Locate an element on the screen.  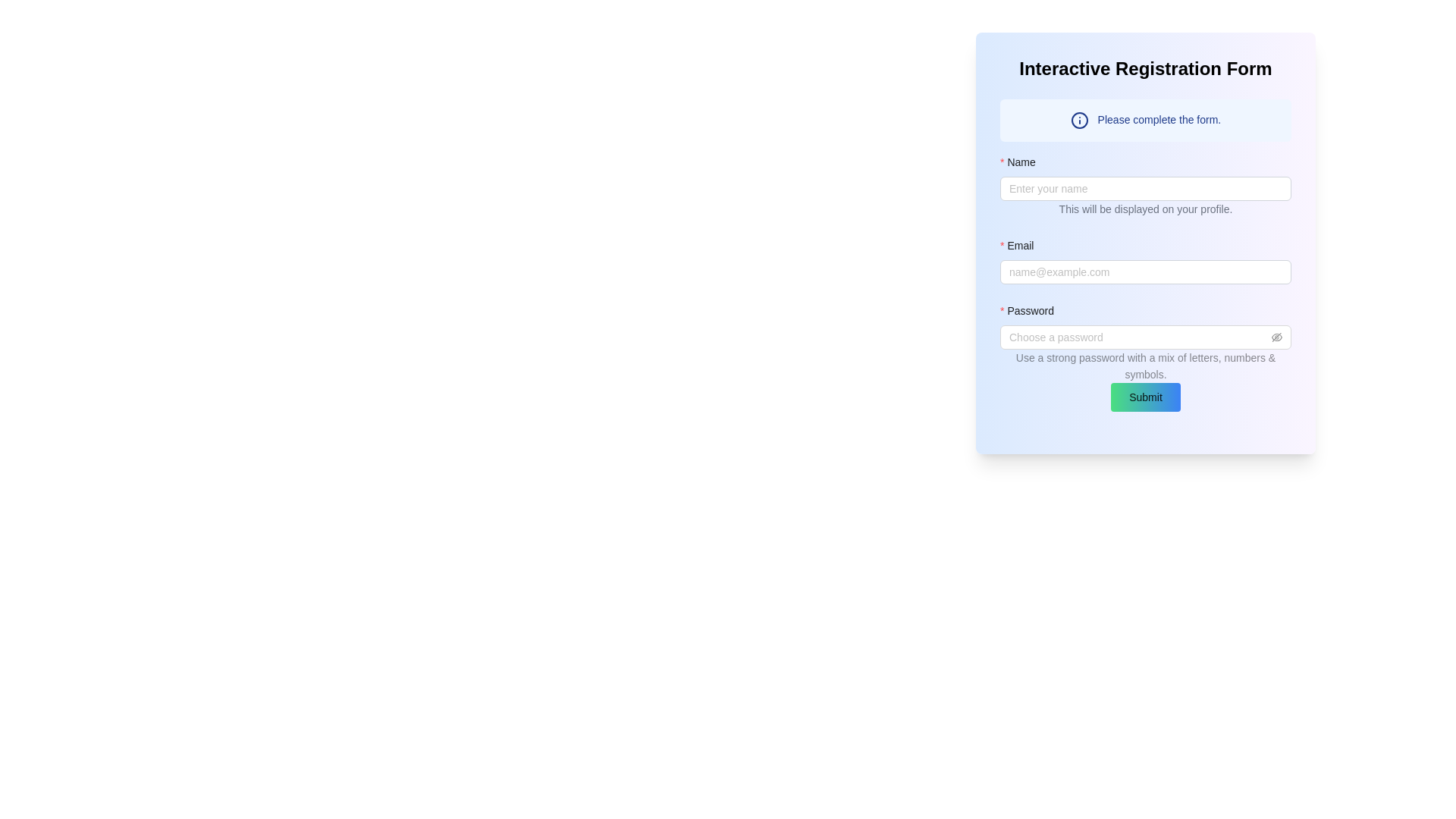
the Text label that provides guidelines for creating a strong password, located below the 'Password' input field in the Interactive Registration Form is located at coordinates (1146, 353).